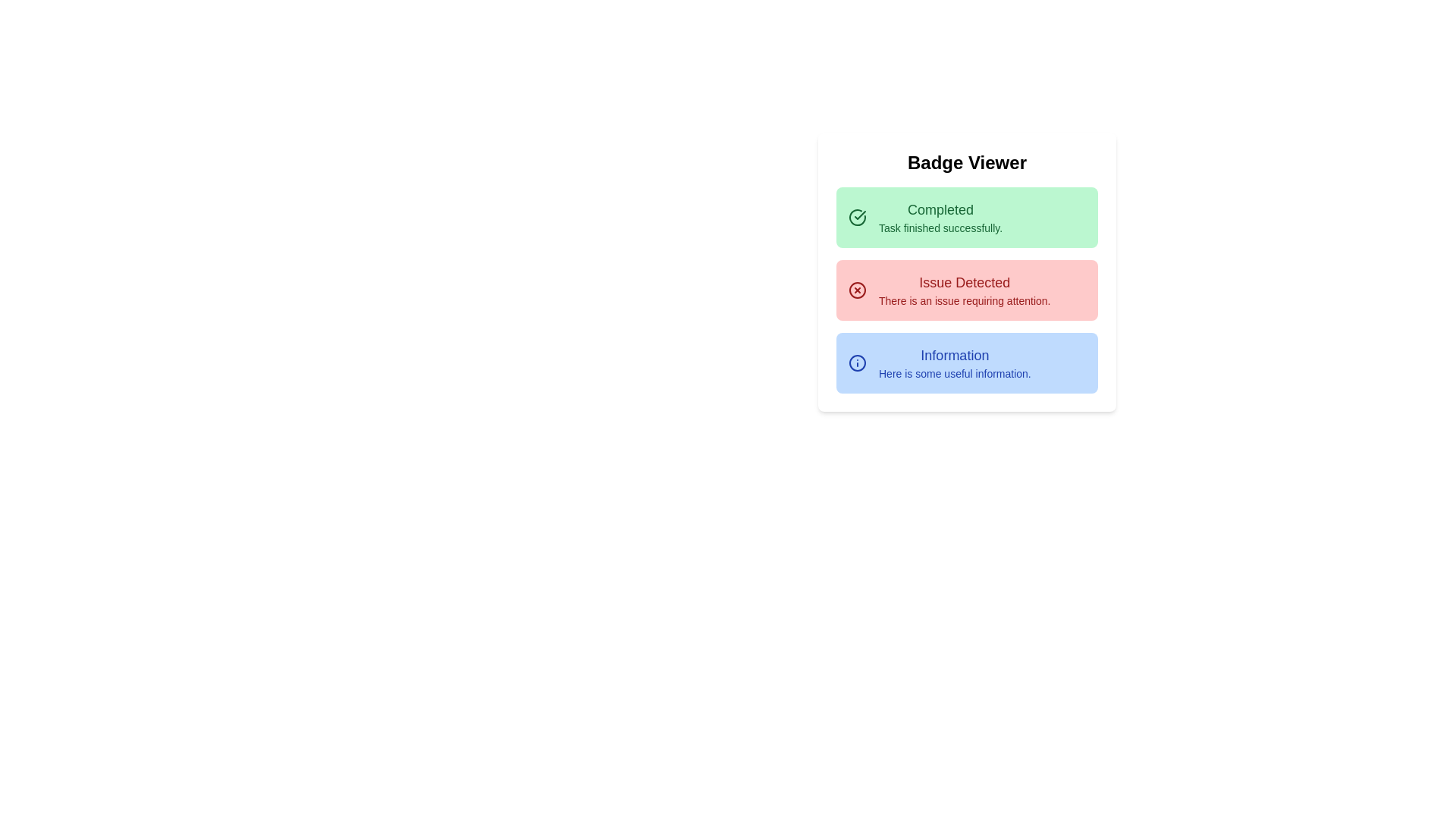 The width and height of the screenshot is (1456, 819). Describe the element at coordinates (858, 290) in the screenshot. I see `the notification icon indicating an issue detected, located in the second row of the 'Badge Viewer' section, left of the 'Issue Detected' message` at that location.